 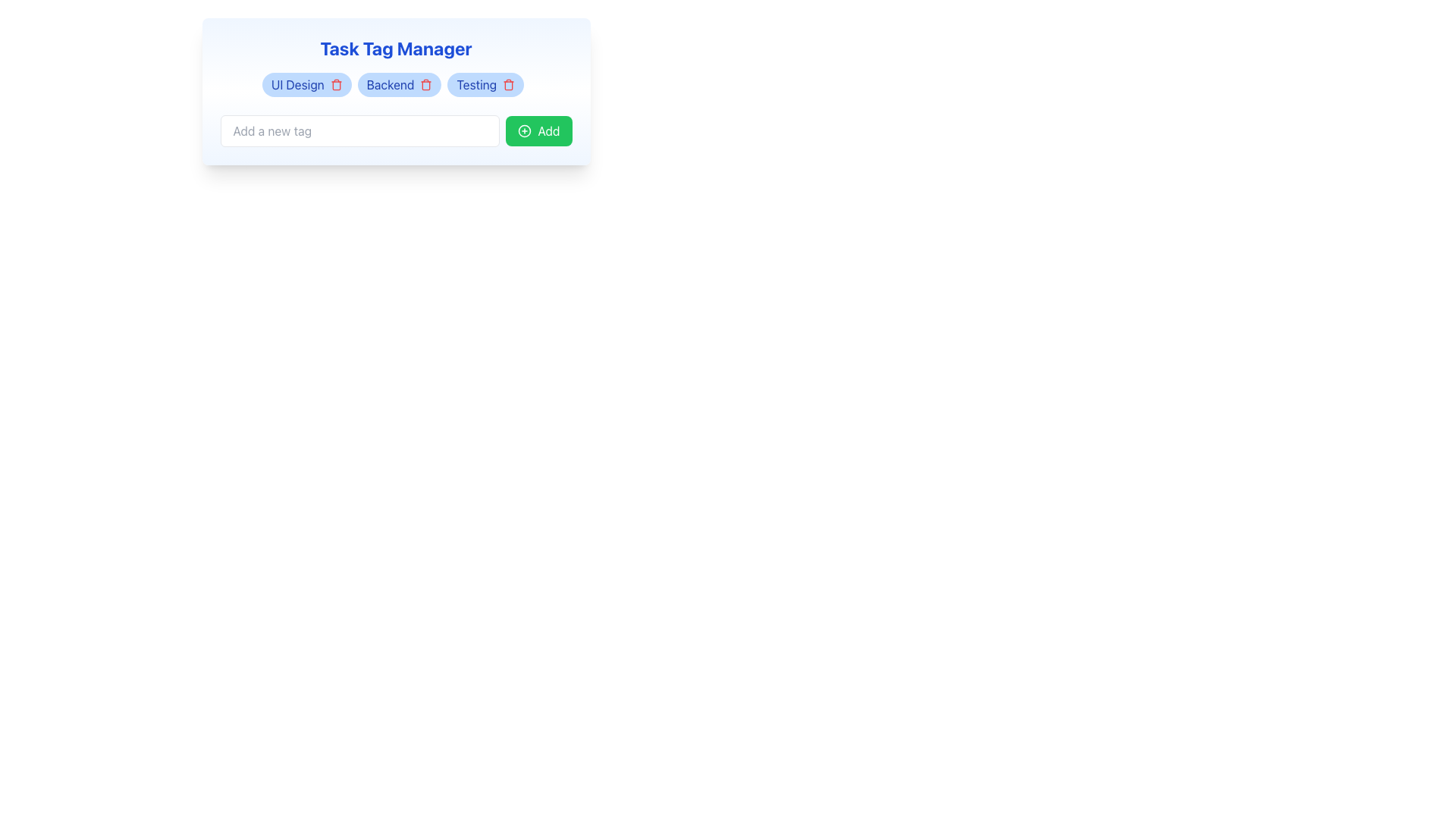 What do you see at coordinates (297, 84) in the screenshot?
I see `the Text label that categorizes tags in the task management interface, located beneath the 'Task Tag Manager' heading` at bounding box center [297, 84].